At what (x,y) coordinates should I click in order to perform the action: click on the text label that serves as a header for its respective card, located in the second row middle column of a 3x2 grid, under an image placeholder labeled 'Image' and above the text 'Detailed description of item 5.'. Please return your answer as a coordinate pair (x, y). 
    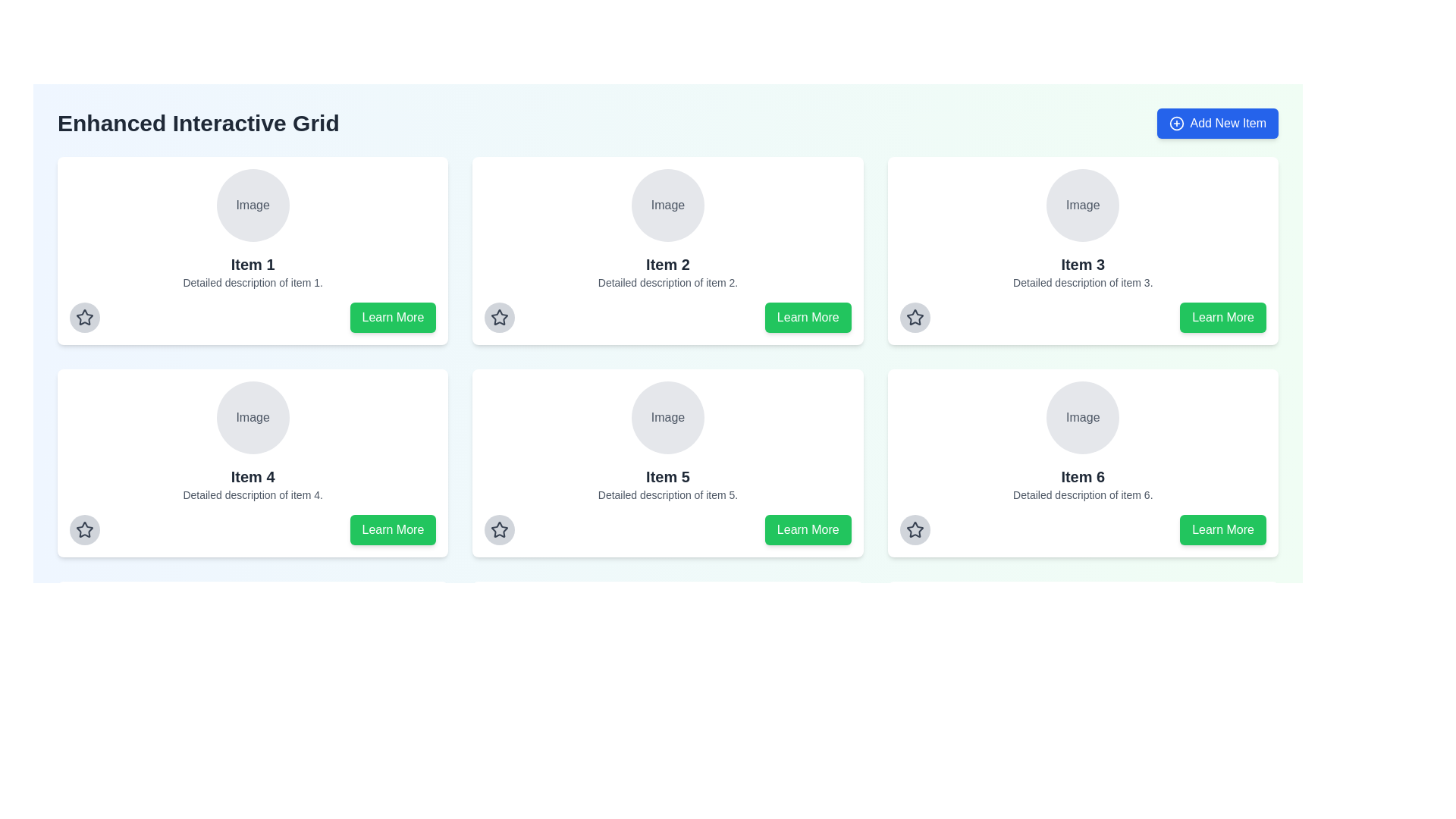
    Looking at the image, I should click on (667, 475).